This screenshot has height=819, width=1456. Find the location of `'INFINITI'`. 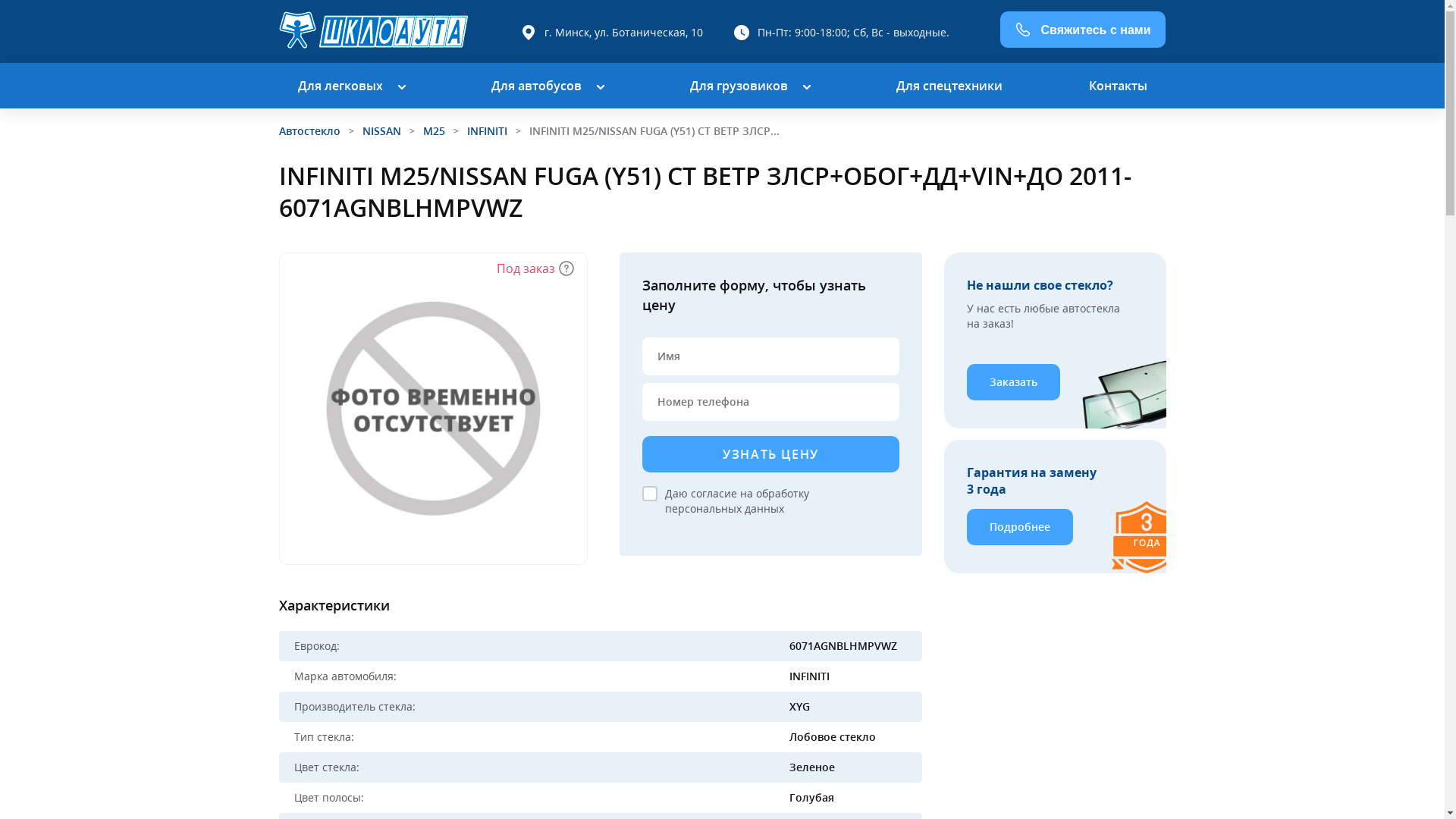

'INFINITI' is located at coordinates (487, 130).